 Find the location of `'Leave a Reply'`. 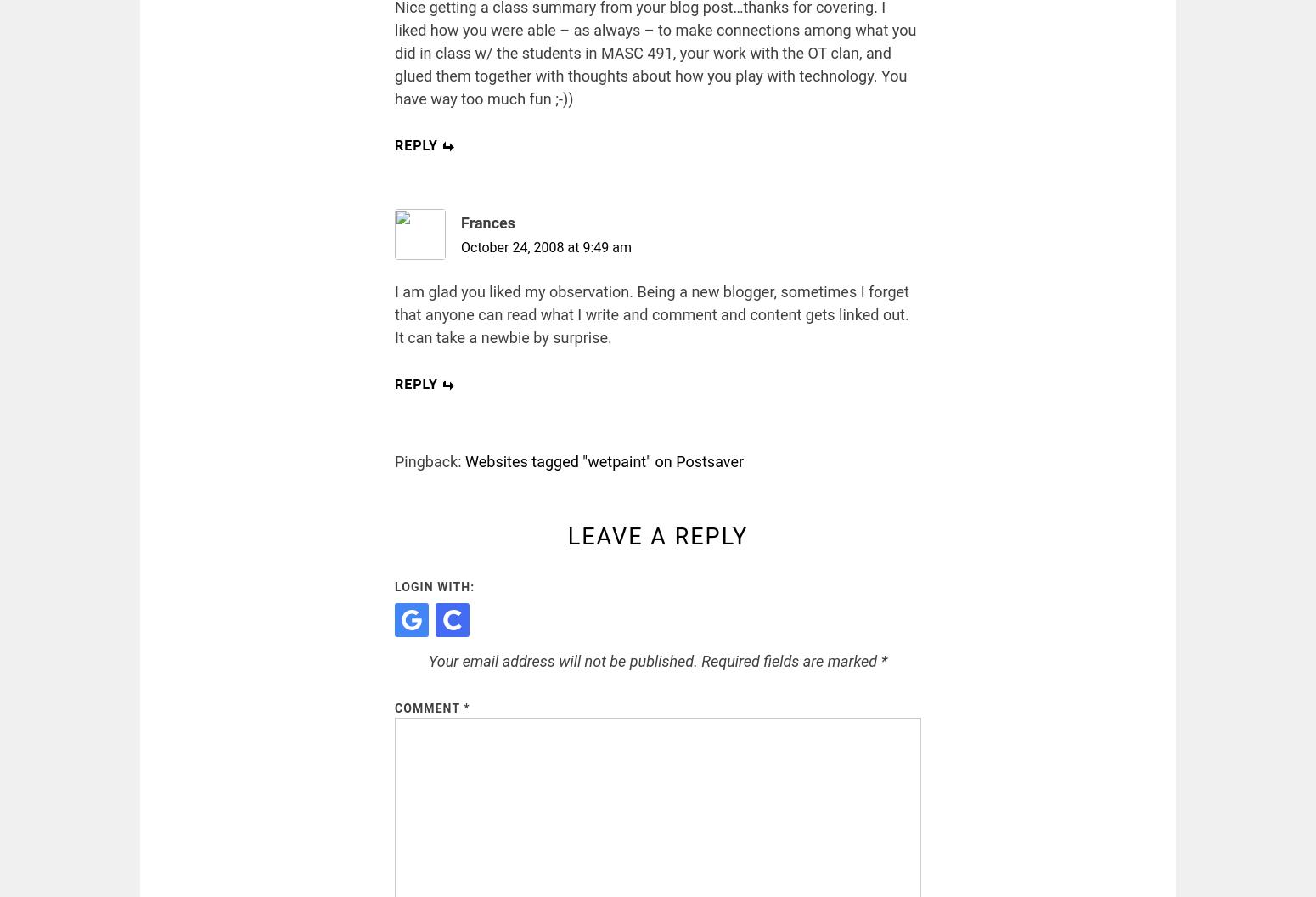

'Leave a Reply' is located at coordinates (566, 536).